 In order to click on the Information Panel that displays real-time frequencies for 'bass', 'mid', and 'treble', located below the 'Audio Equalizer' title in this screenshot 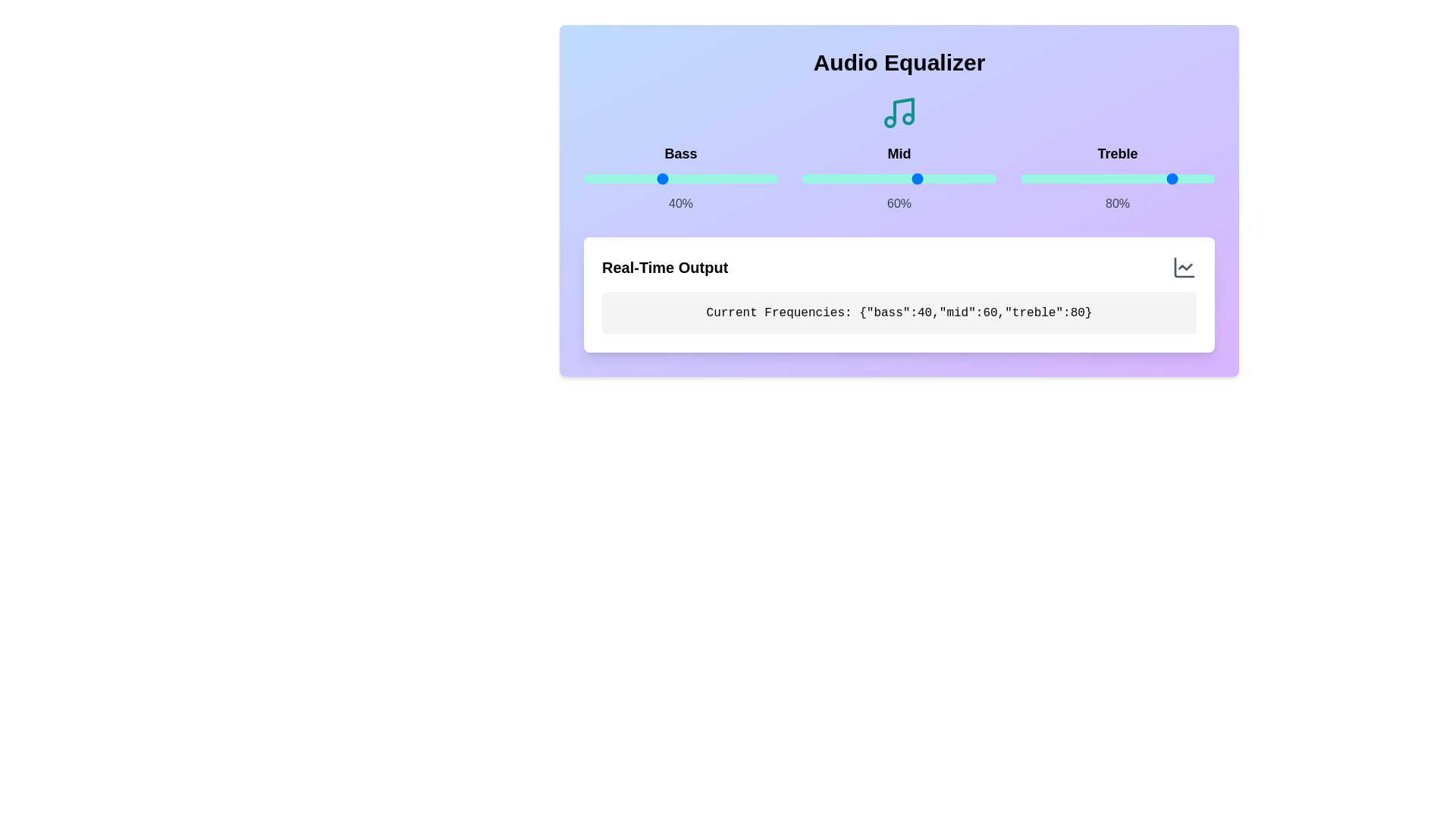, I will do `click(899, 295)`.